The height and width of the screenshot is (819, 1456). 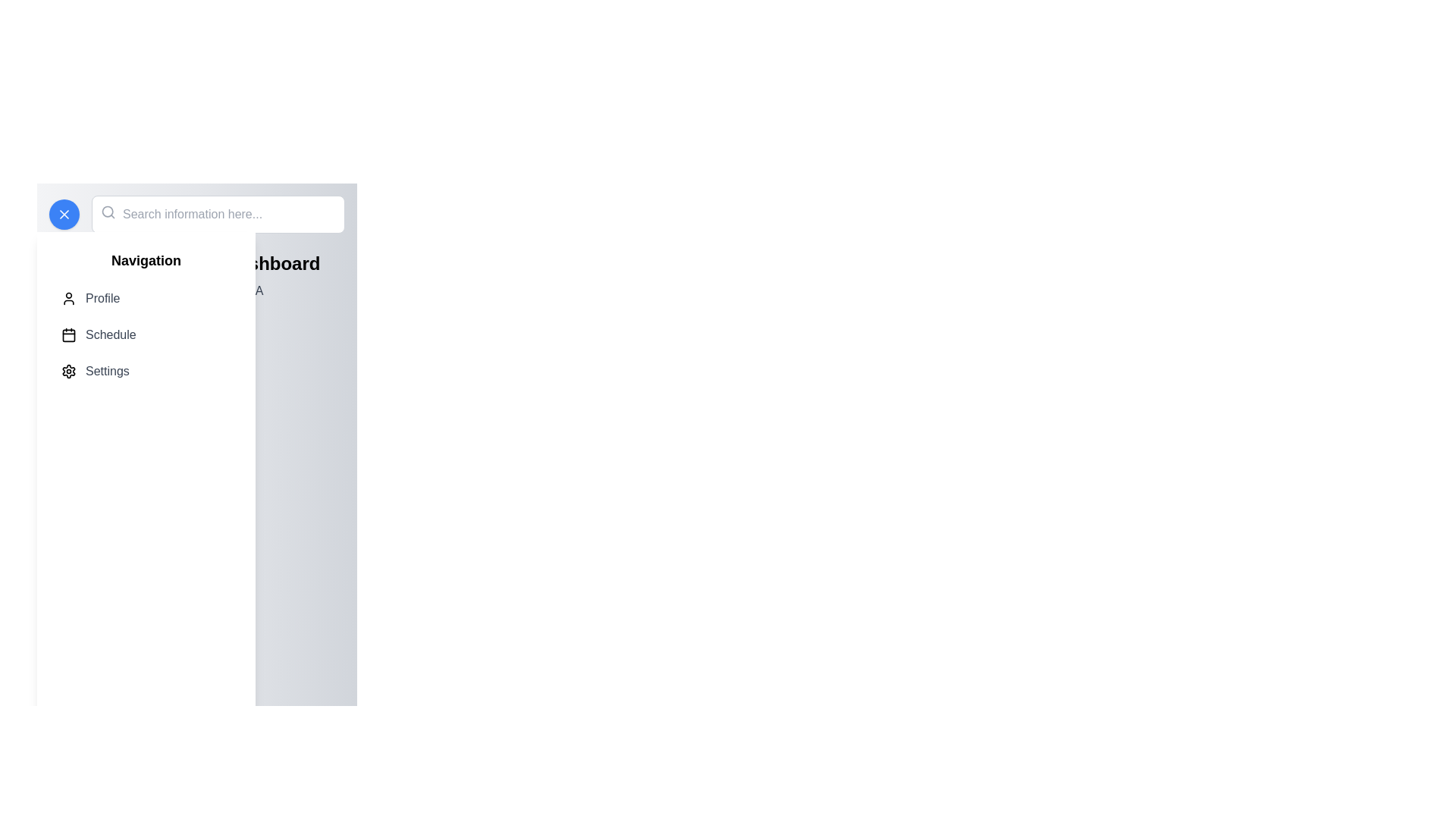 What do you see at coordinates (68, 371) in the screenshot?
I see `the gear icon representing the settings feature located next to the 'Settings' label in the left-hand navigation panel` at bounding box center [68, 371].